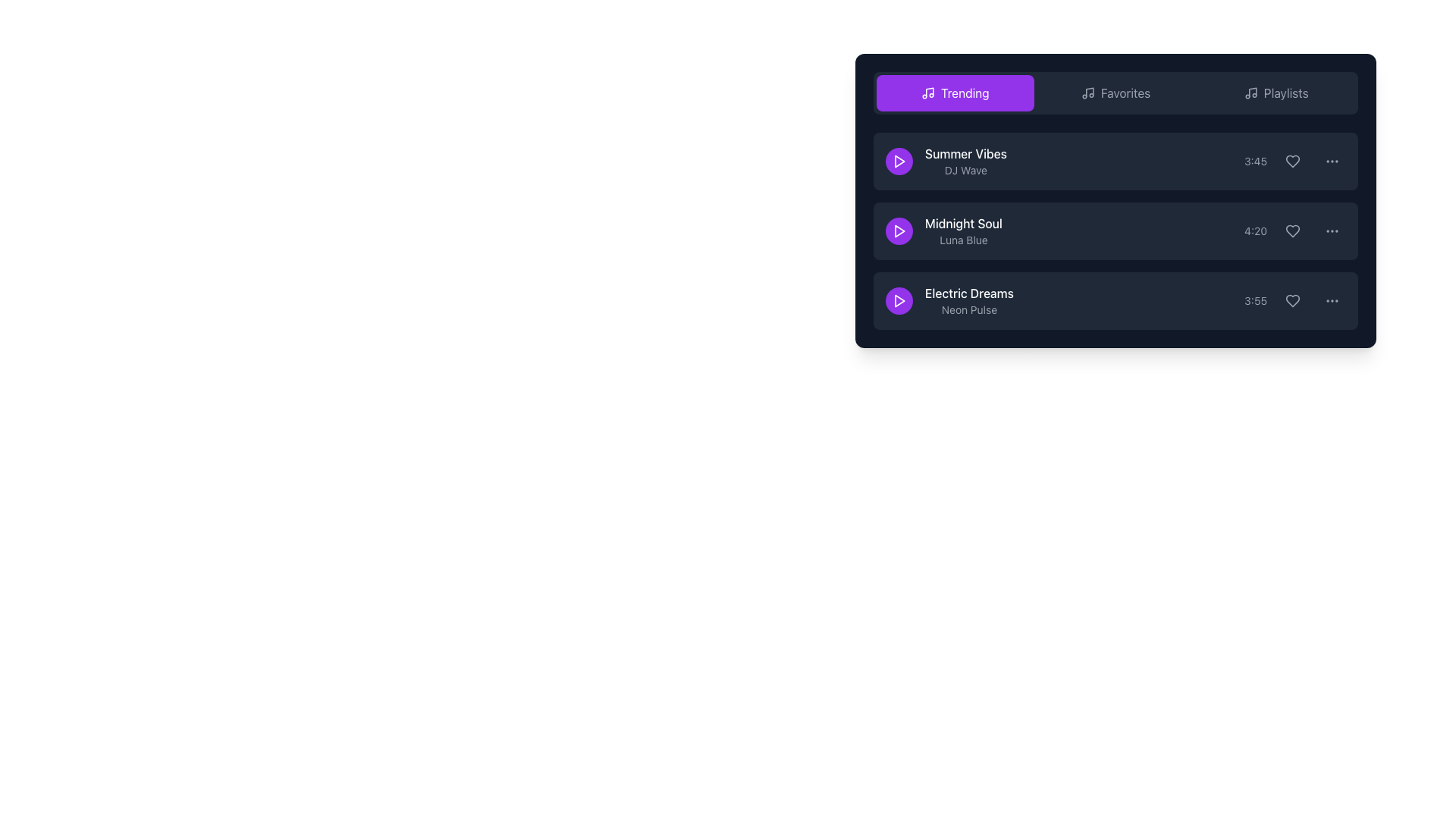 The height and width of the screenshot is (819, 1456). What do you see at coordinates (1294, 161) in the screenshot?
I see `the heart icon located at the right end of the first list item` at bounding box center [1294, 161].